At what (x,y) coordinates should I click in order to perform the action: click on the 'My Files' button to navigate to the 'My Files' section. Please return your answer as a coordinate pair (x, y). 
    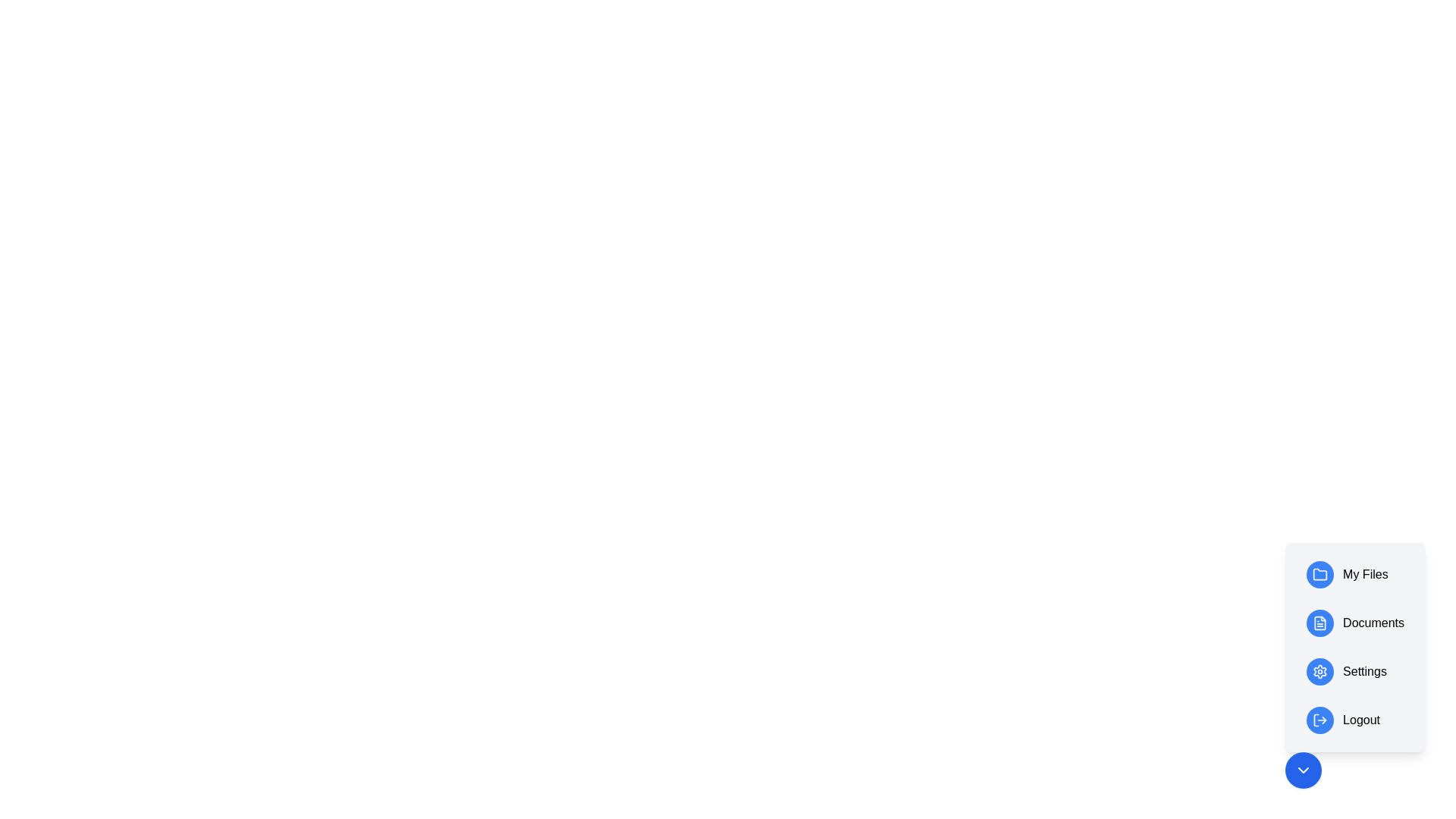
    Looking at the image, I should click on (1355, 575).